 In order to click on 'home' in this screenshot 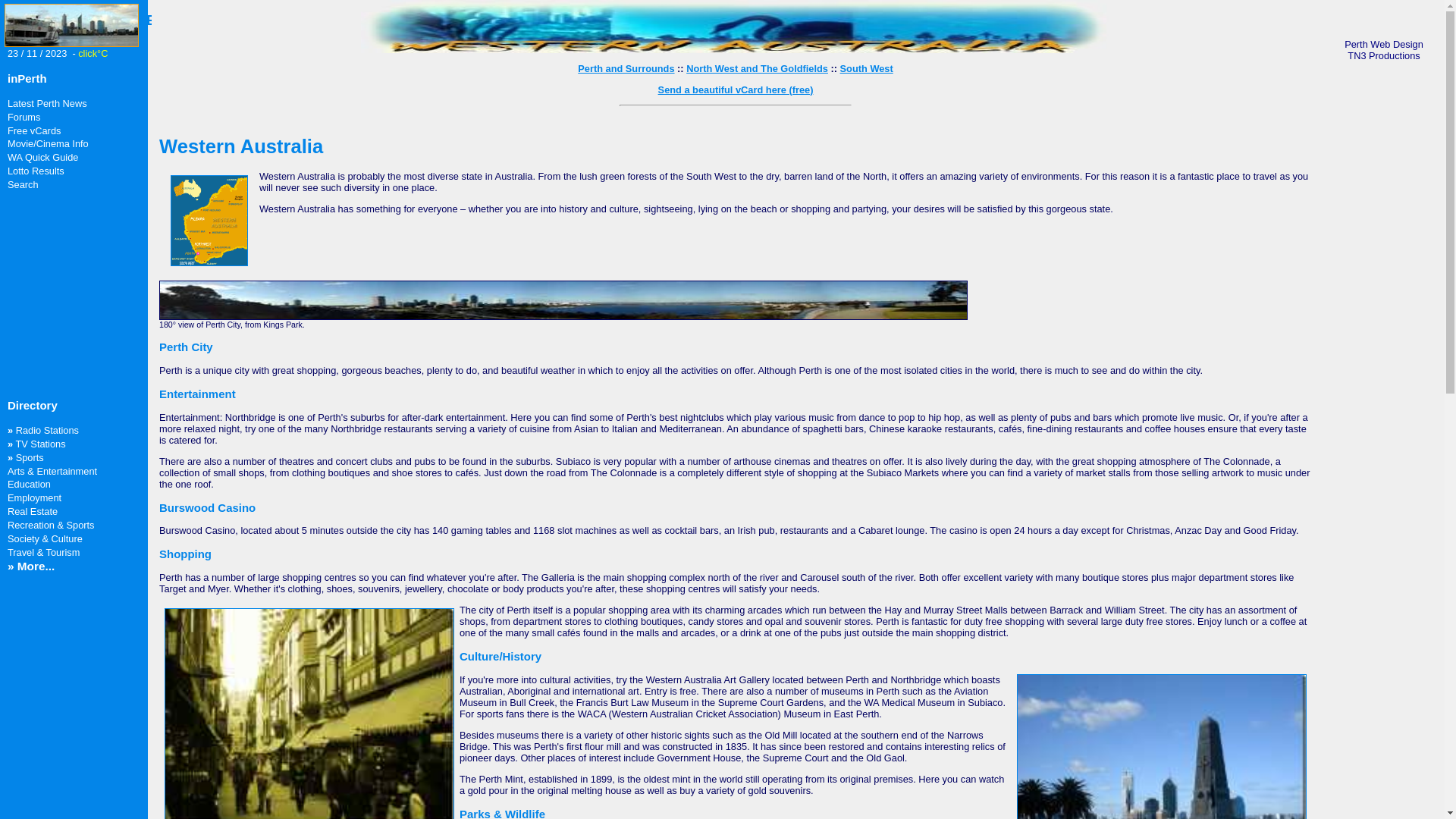, I will do `click(72, 42)`.